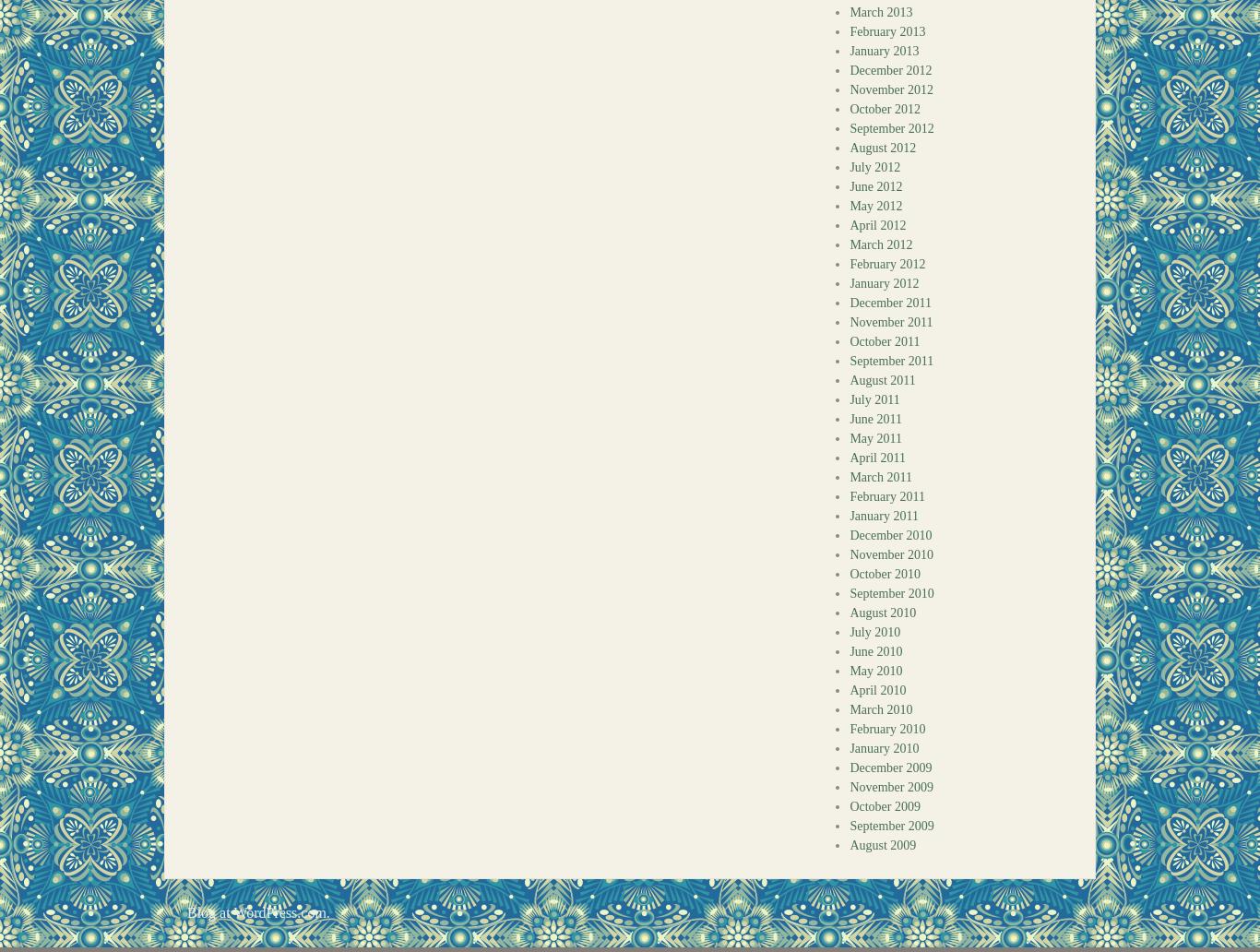 The height and width of the screenshot is (952, 1260). What do you see at coordinates (891, 322) in the screenshot?
I see `'November 2011'` at bounding box center [891, 322].